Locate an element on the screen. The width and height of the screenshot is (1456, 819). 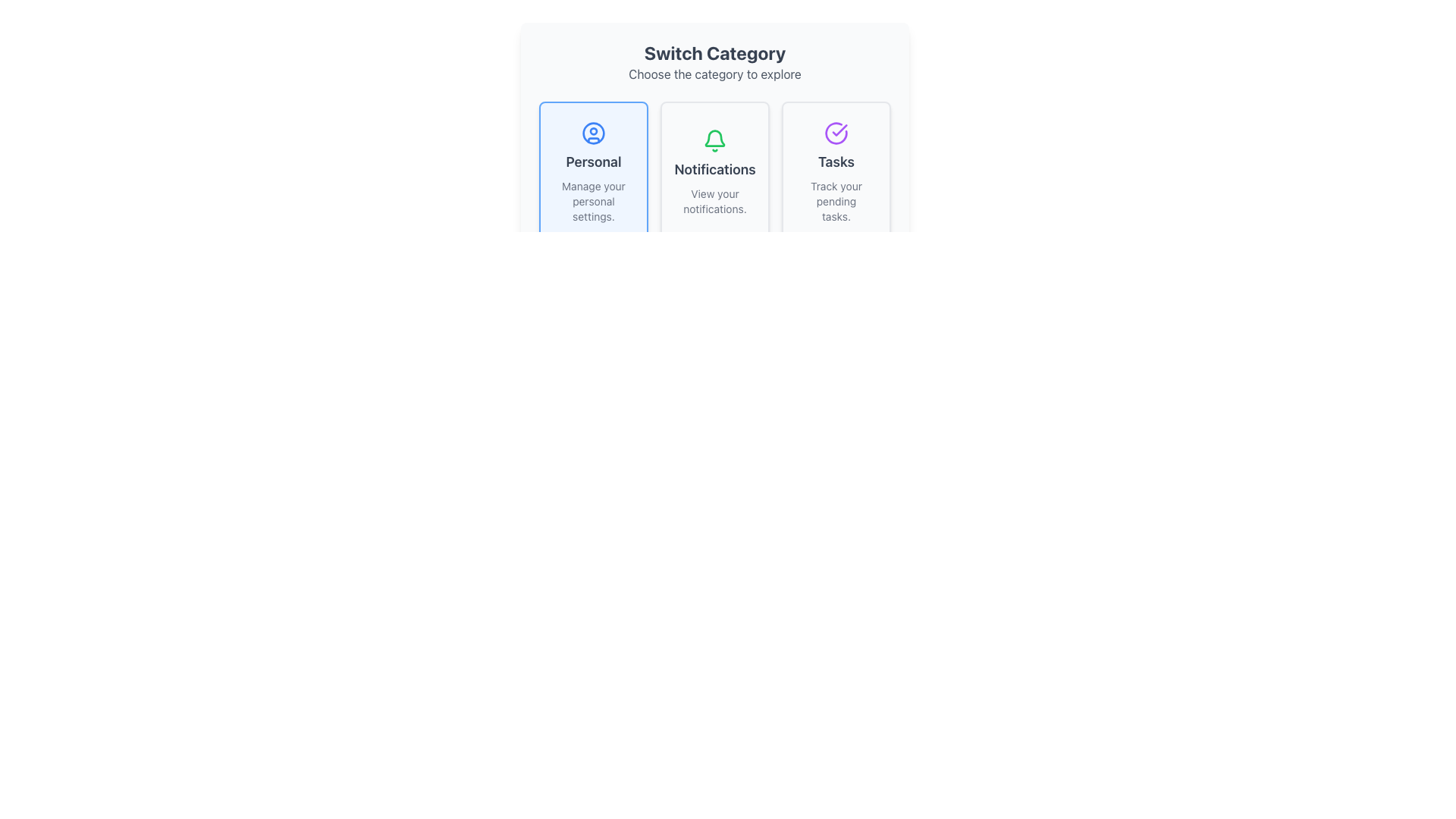
the stylized bell icon with a green outline located in the 'Notifications' section of the interface, which is centered in the middle card below its title 'Notifications' is located at coordinates (714, 138).